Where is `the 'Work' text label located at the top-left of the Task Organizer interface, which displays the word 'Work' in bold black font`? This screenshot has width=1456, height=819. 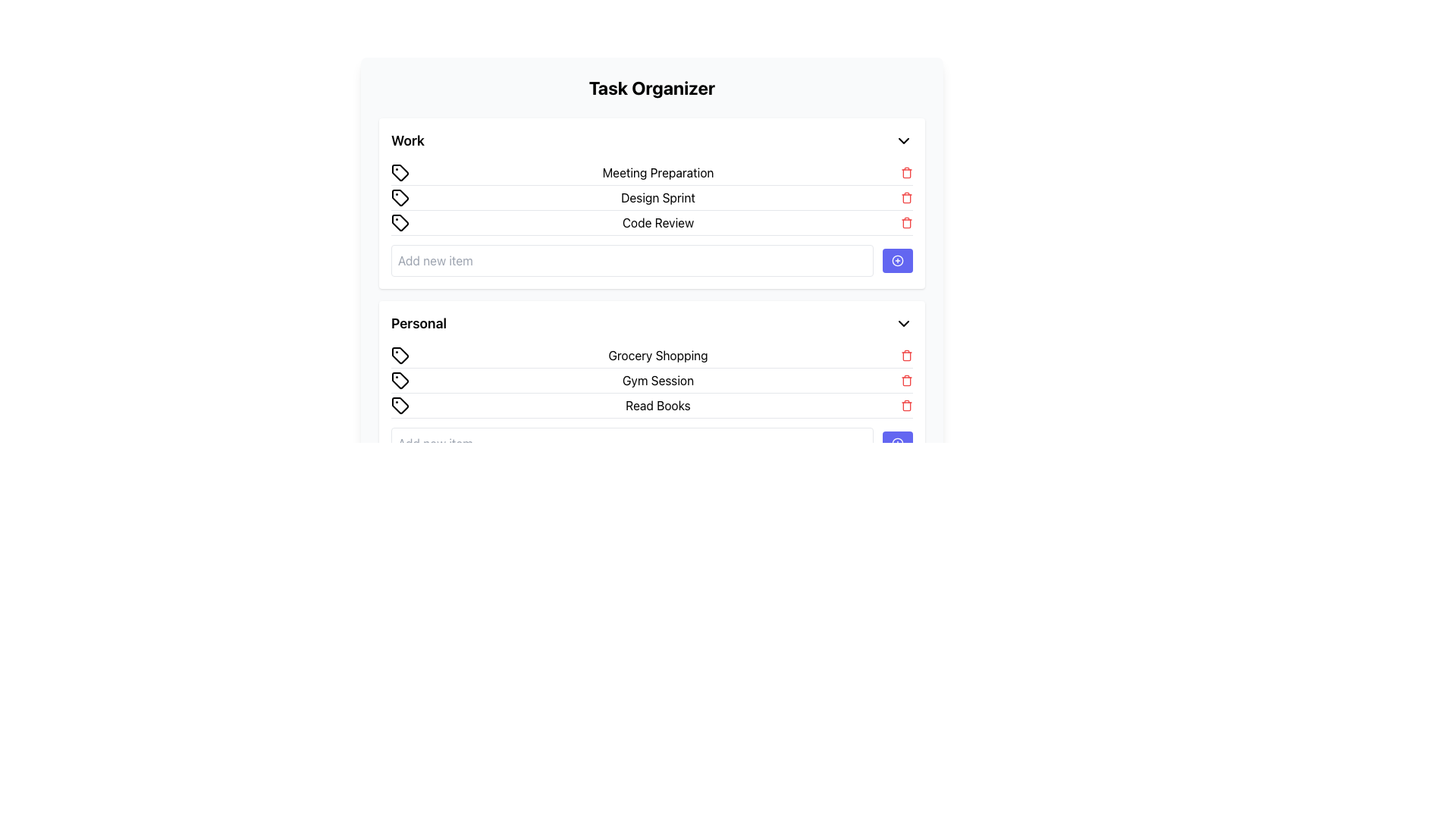
the 'Work' text label located at the top-left of the Task Organizer interface, which displays the word 'Work' in bold black font is located at coordinates (407, 140).